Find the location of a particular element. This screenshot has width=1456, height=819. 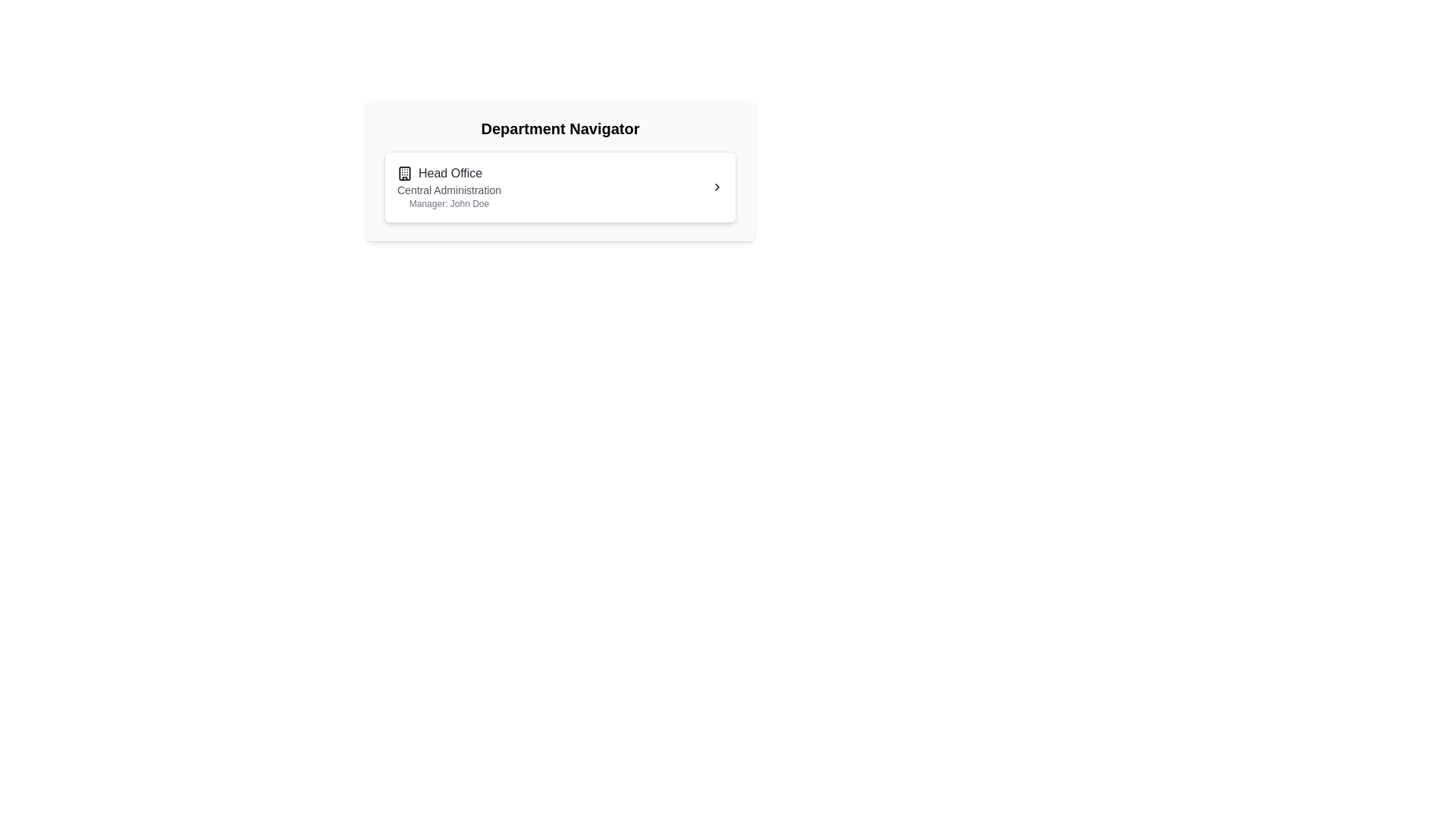

the text label reading 'Central Administration', which is styled with a smaller font size and light gray color, located directly below the 'Head Office' text is located at coordinates (448, 189).